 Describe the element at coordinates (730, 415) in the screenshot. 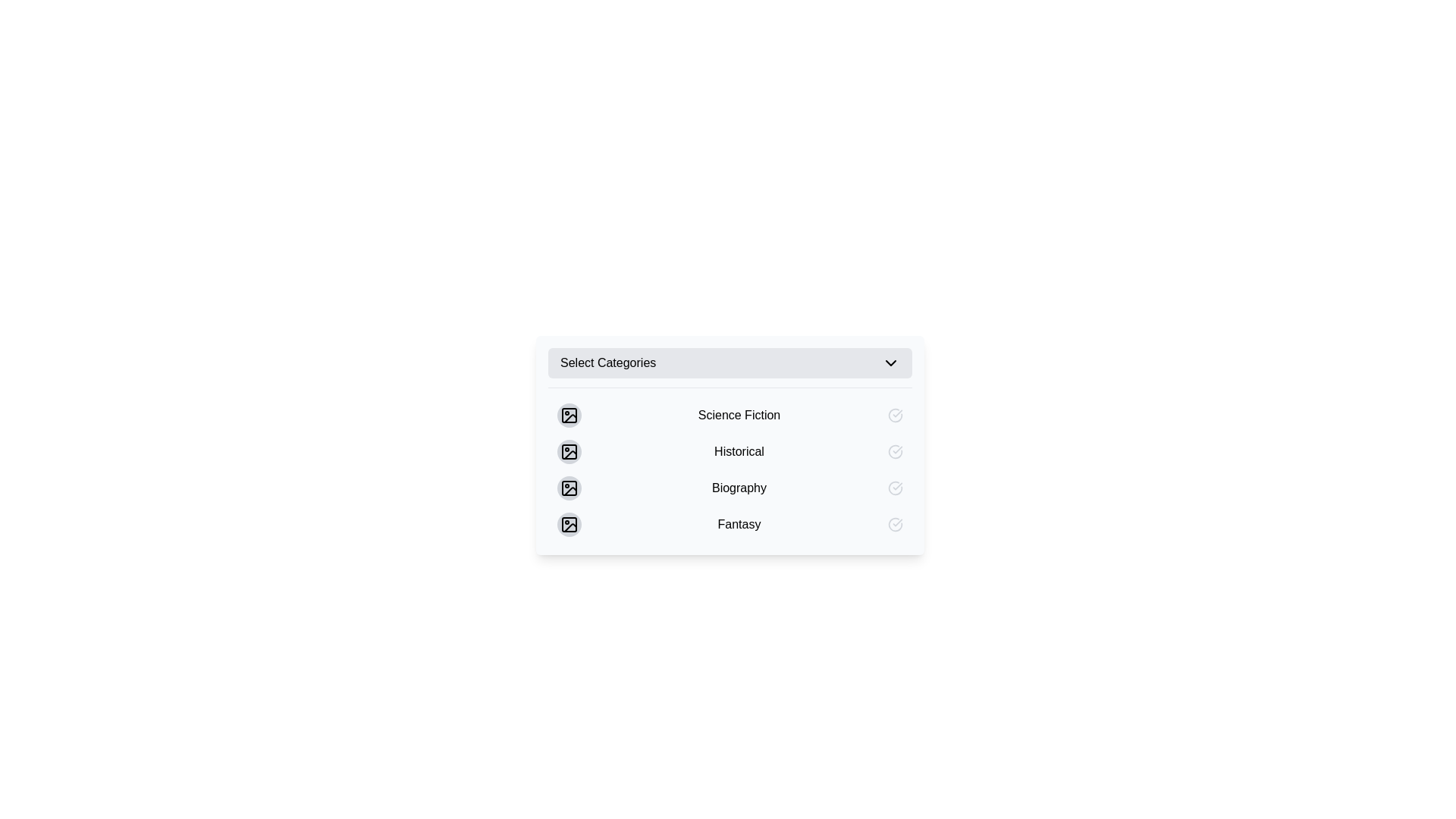

I see `the list item labeled 'Science Fiction' which is the first entry` at that location.